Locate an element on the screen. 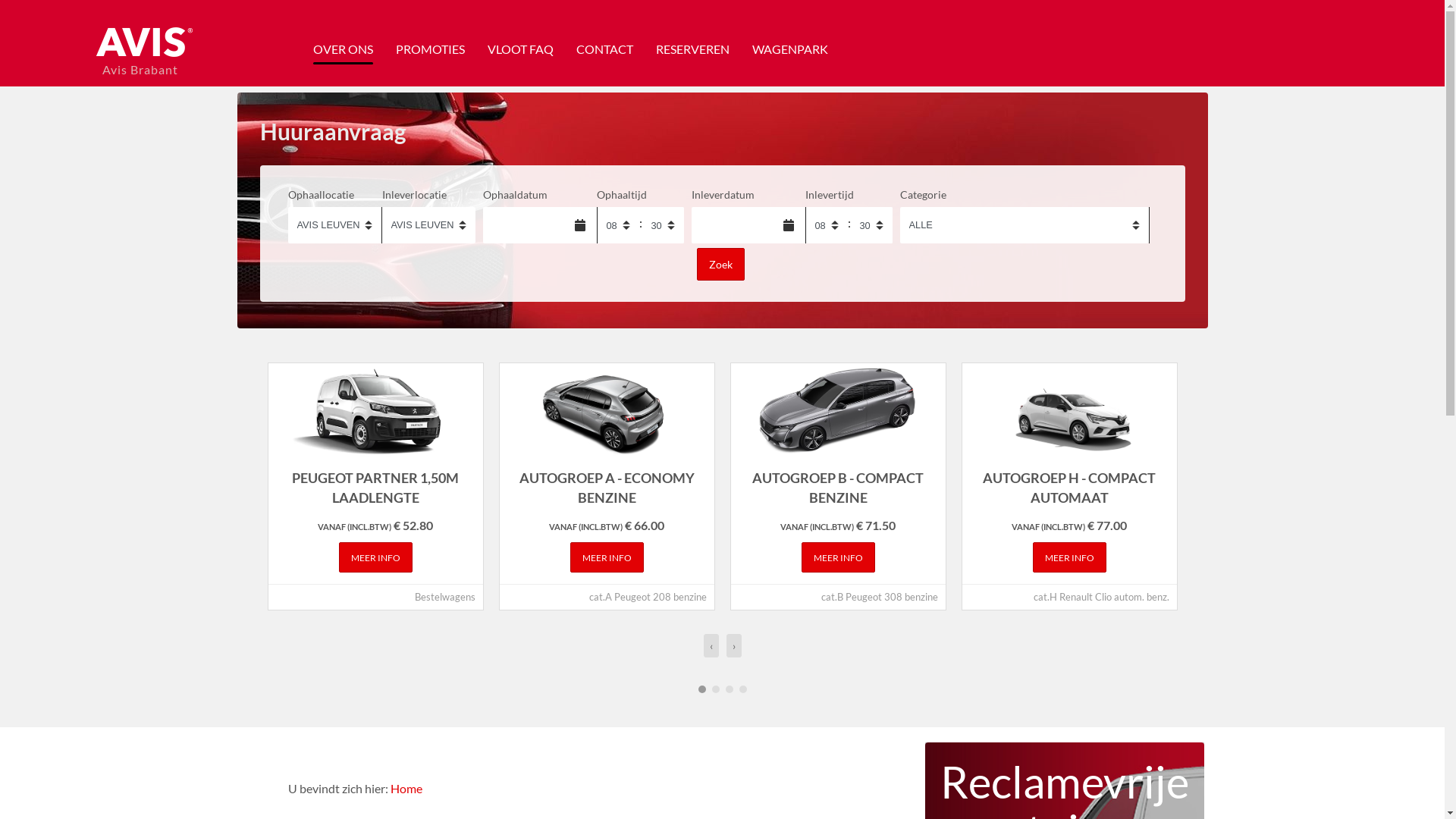  'WAGENPARK' is located at coordinates (789, 48).